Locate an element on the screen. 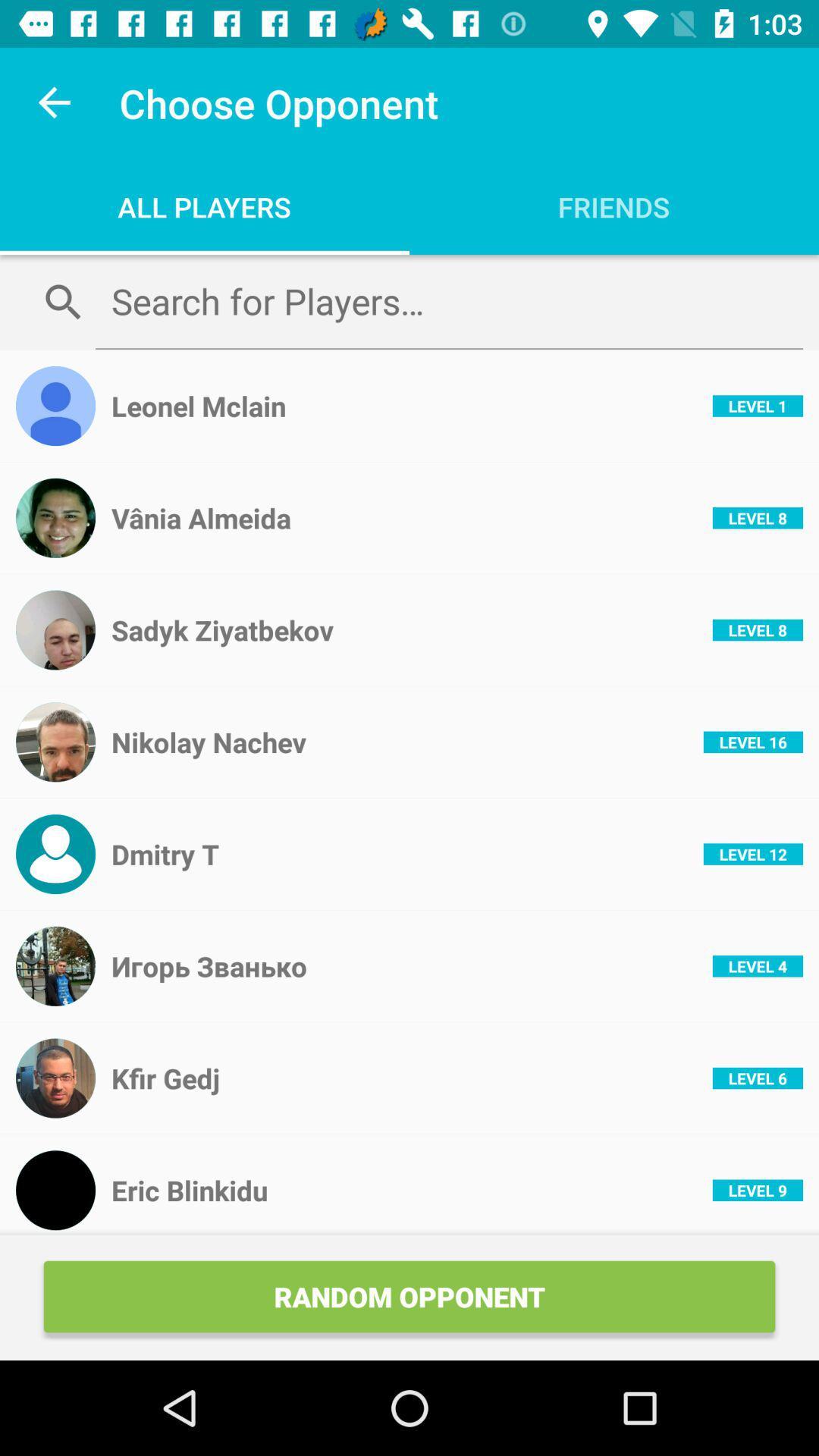 The width and height of the screenshot is (819, 1456). search for active players is located at coordinates (448, 301).